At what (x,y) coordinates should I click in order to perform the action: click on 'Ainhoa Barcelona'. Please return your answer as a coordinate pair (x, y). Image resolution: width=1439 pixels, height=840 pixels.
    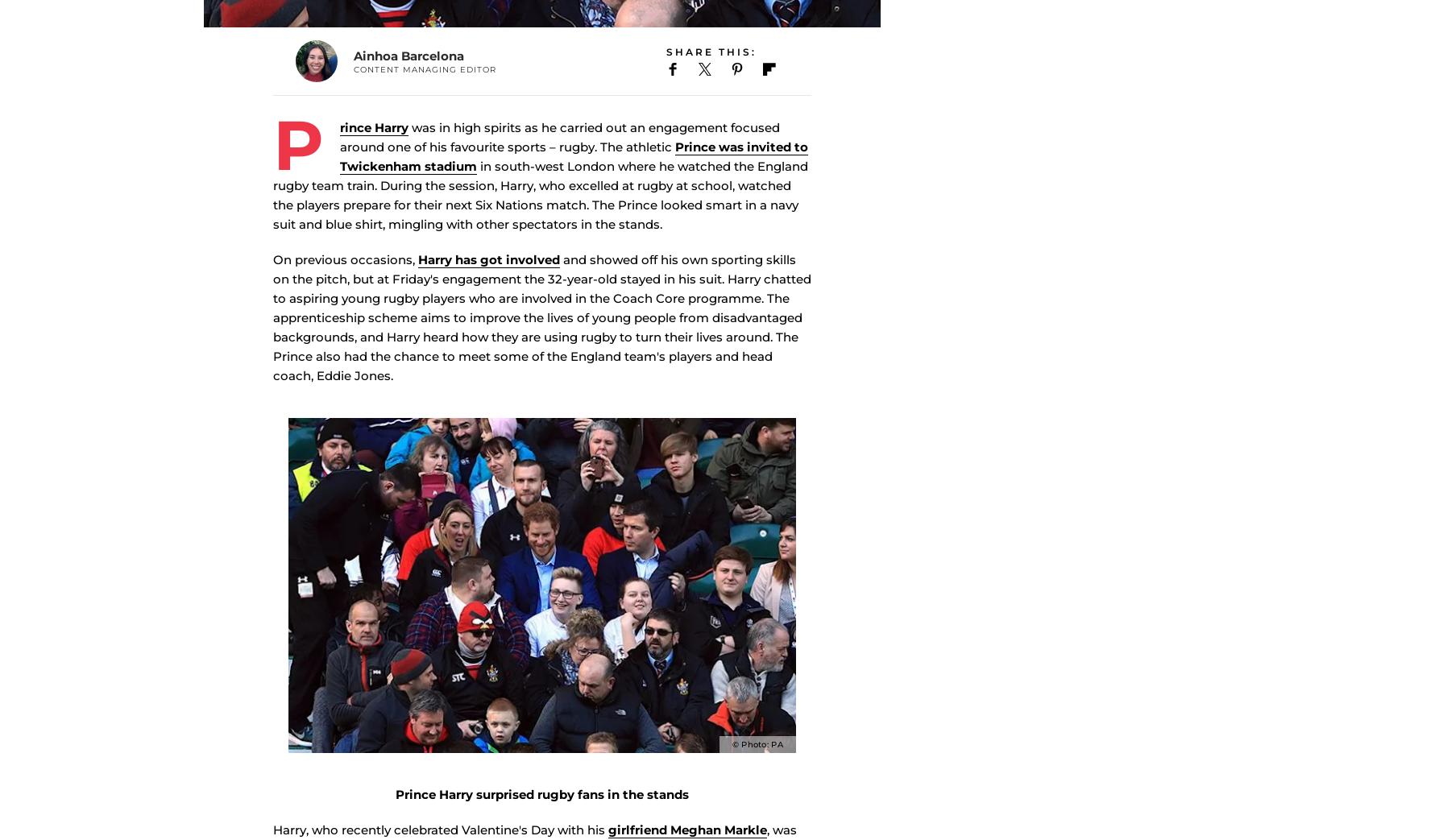
    Looking at the image, I should click on (408, 79).